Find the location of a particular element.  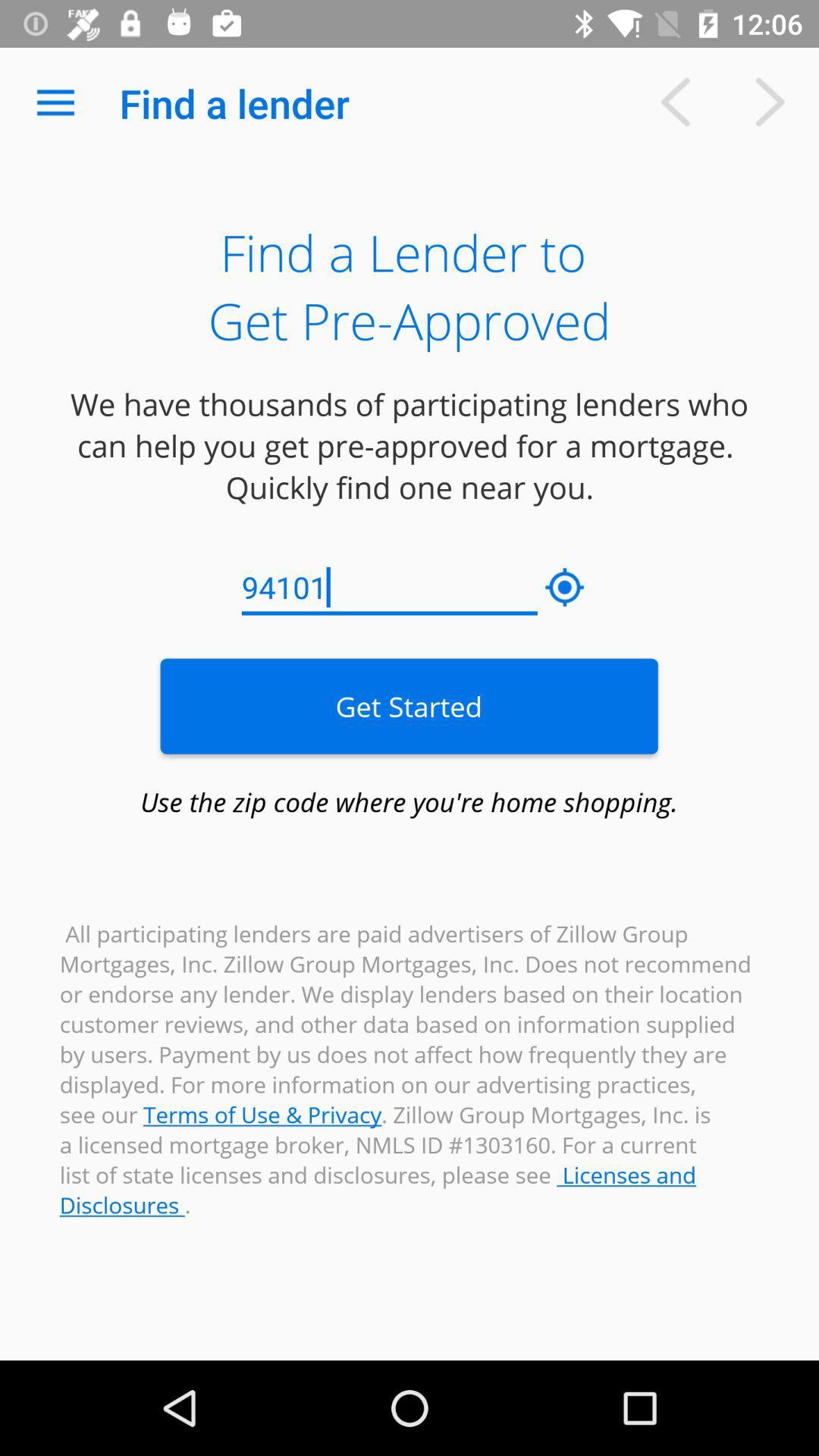

get started is located at coordinates (408, 705).